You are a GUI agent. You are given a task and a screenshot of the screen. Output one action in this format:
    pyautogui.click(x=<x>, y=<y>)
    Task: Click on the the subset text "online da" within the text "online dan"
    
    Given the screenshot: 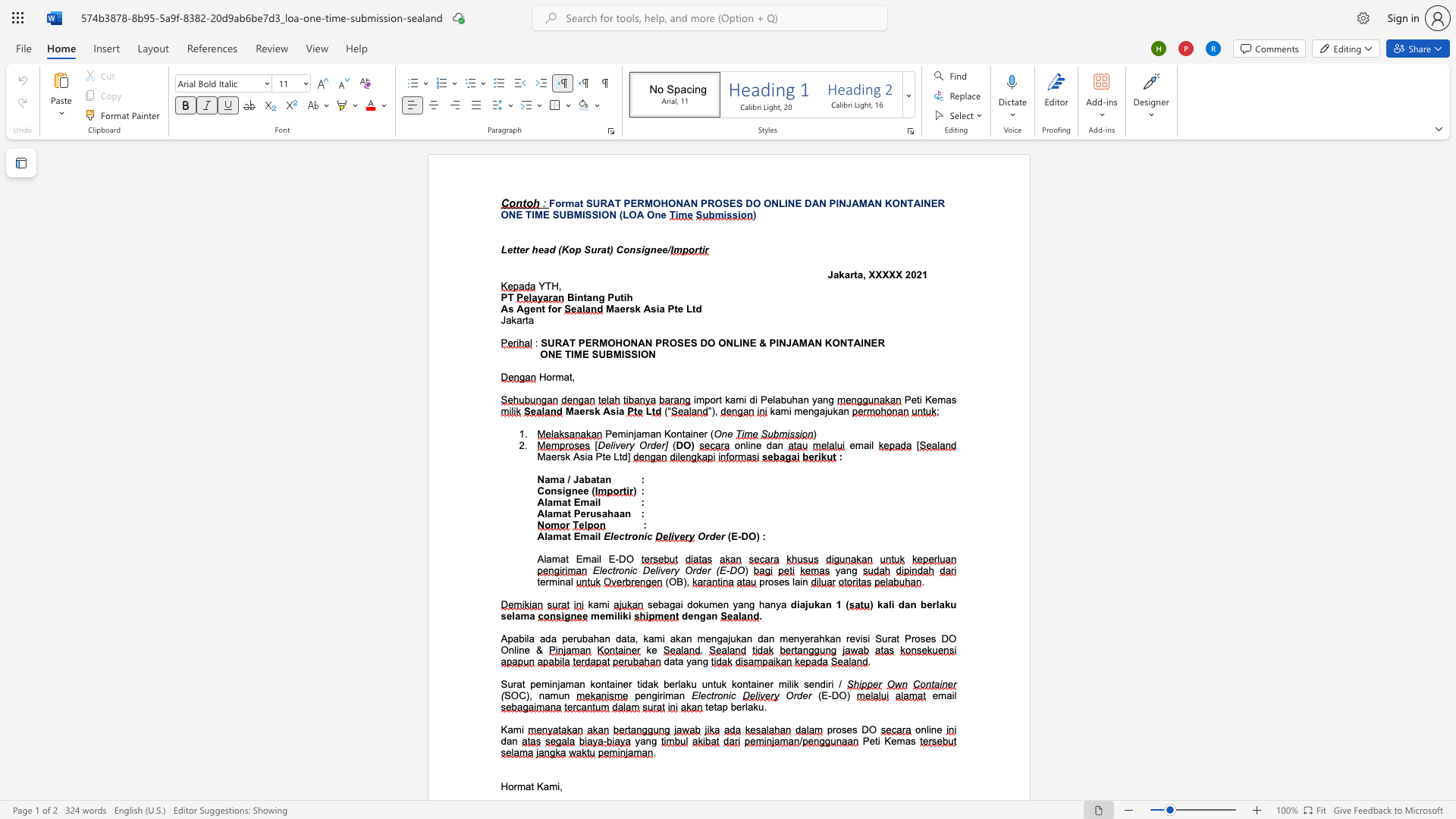 What is the action you would take?
    pyautogui.click(x=734, y=444)
    